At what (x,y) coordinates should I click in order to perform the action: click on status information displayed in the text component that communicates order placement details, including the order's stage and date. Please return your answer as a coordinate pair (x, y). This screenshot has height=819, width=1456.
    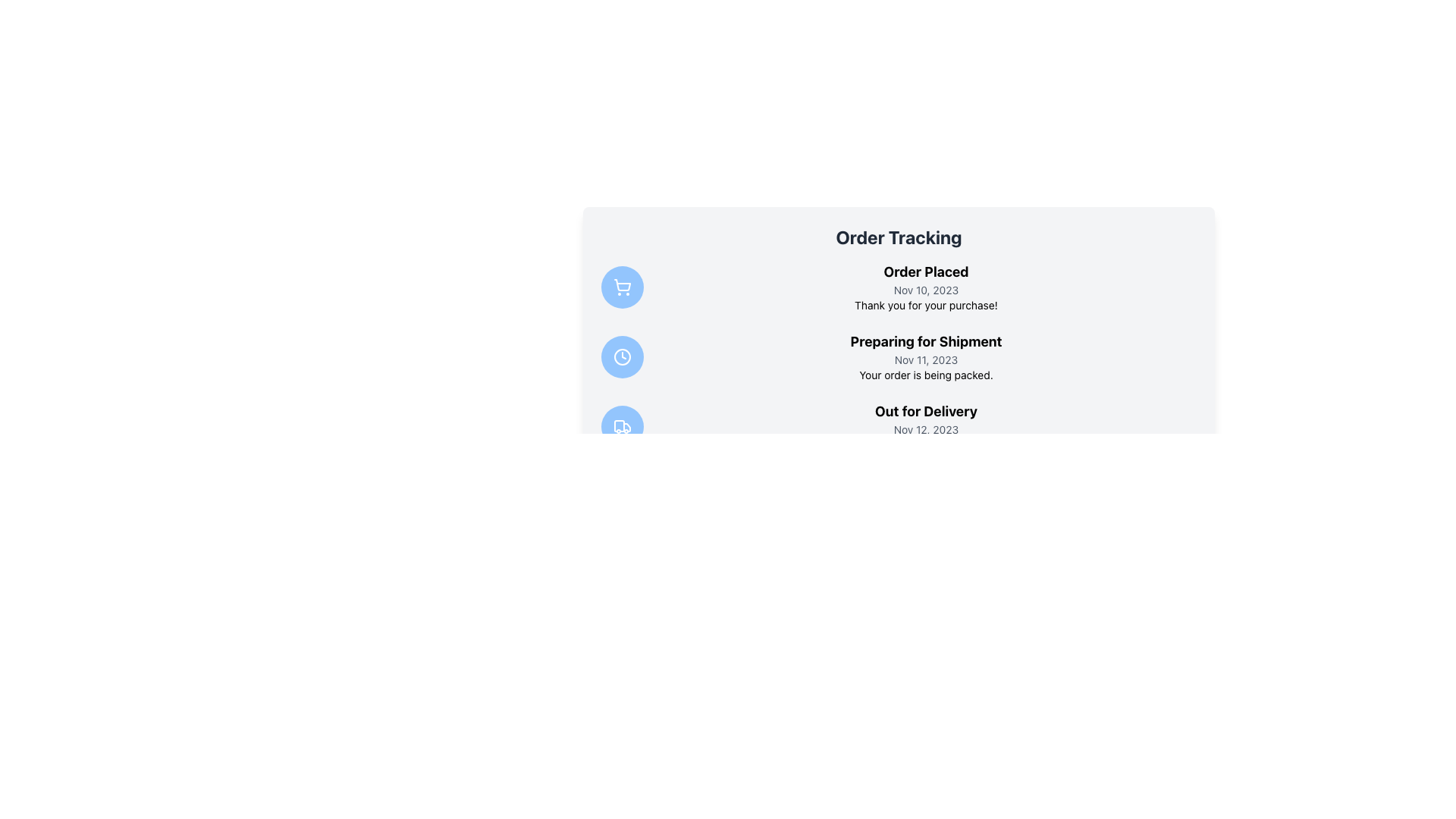
    Looking at the image, I should click on (925, 287).